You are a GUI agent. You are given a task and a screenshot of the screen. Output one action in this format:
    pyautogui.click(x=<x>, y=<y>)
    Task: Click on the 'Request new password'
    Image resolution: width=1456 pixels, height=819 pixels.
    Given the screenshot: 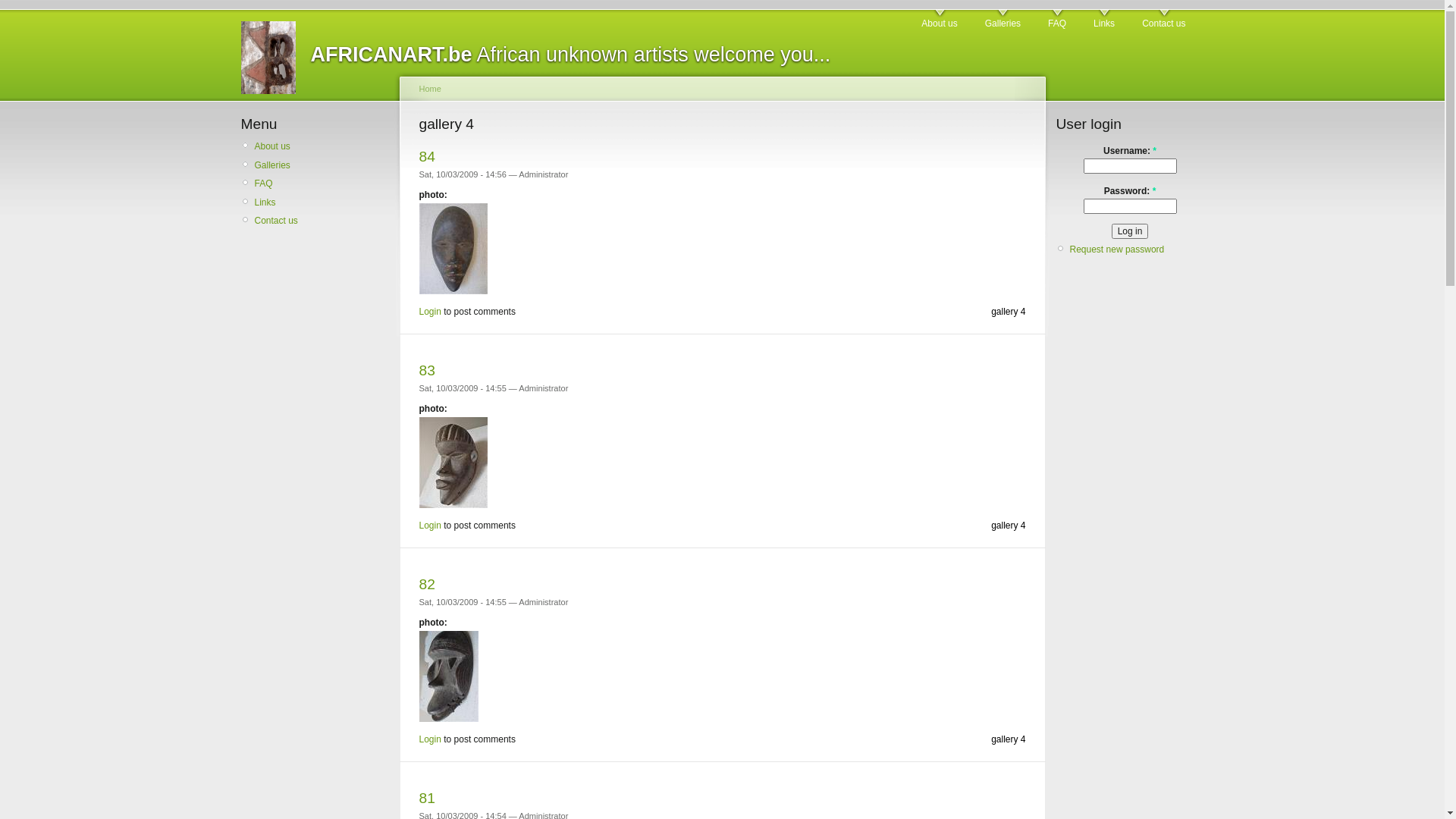 What is the action you would take?
    pyautogui.click(x=1116, y=248)
    